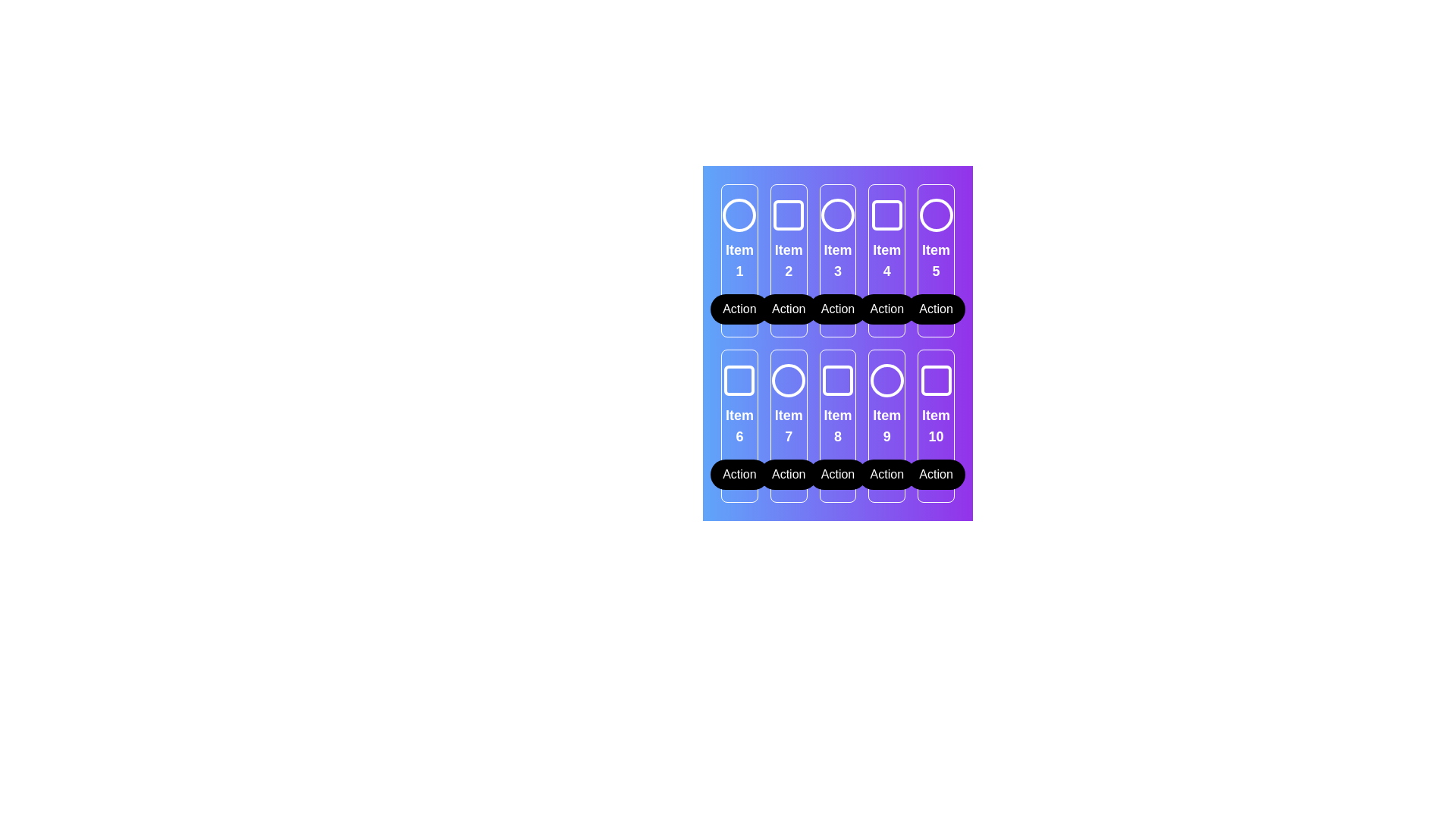  What do you see at coordinates (739, 215) in the screenshot?
I see `the circular graphical element located in the top row and first column of the grid layout` at bounding box center [739, 215].